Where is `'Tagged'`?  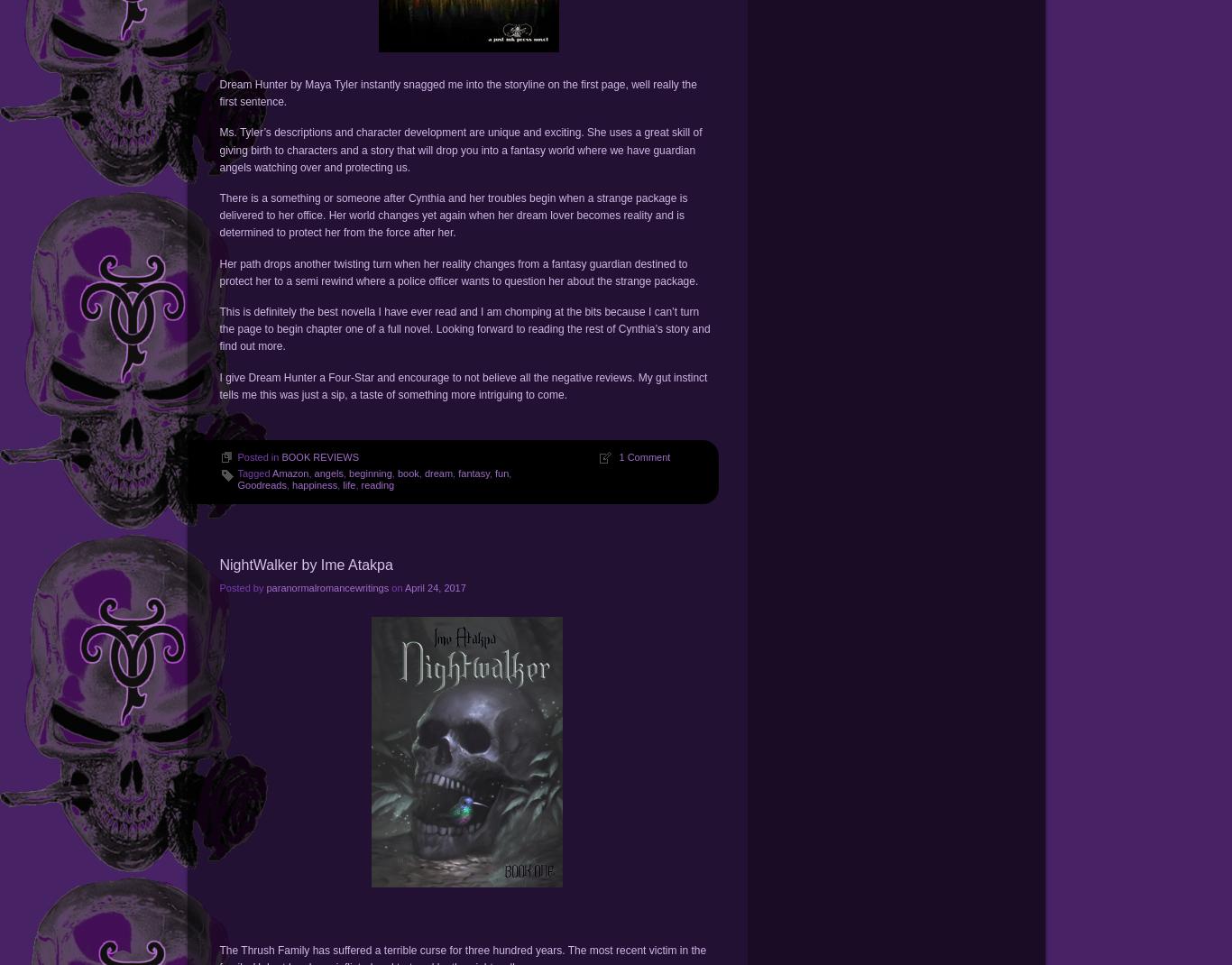 'Tagged' is located at coordinates (254, 472).